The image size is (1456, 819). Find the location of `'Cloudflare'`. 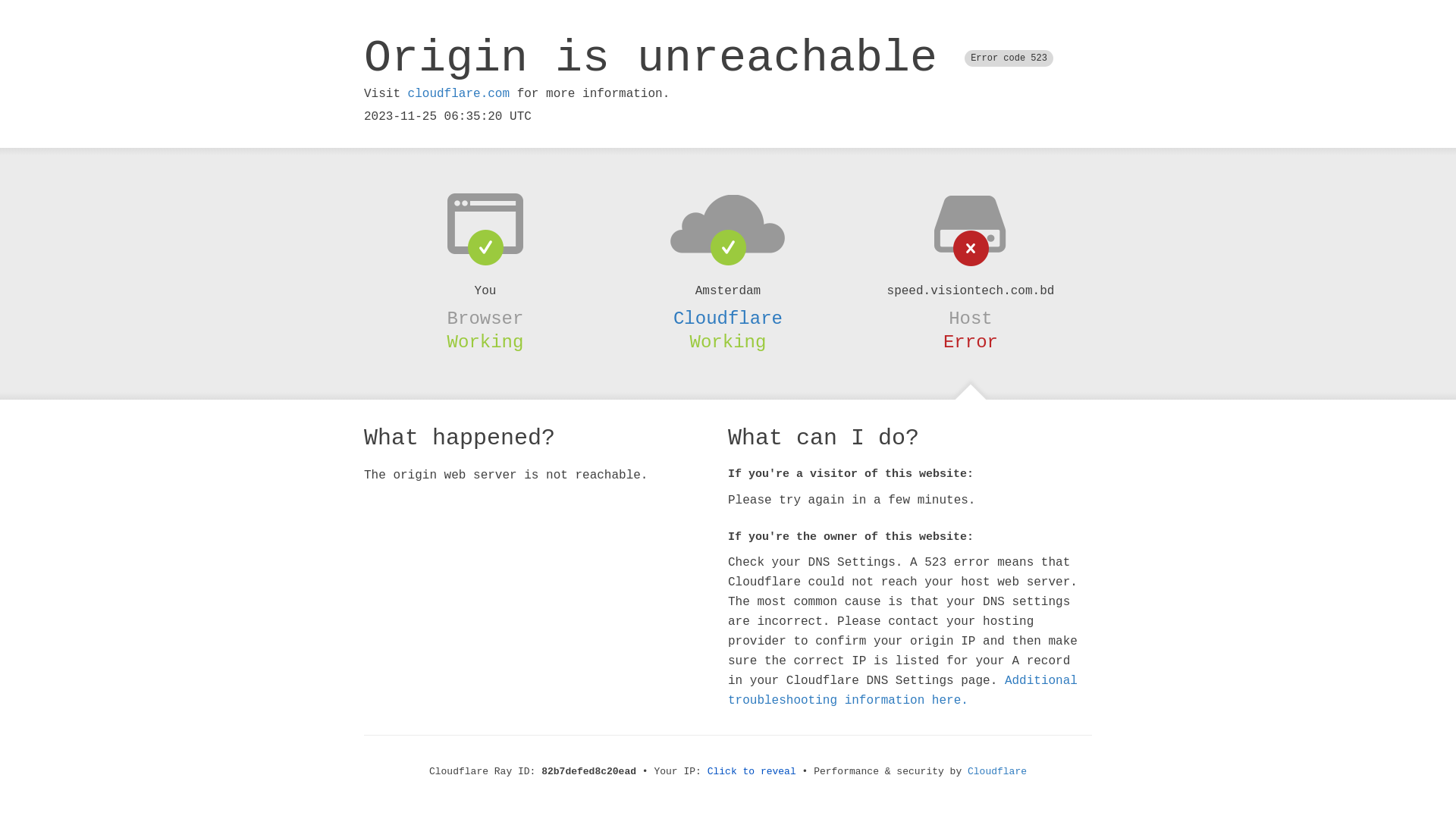

'Cloudflare' is located at coordinates (728, 318).